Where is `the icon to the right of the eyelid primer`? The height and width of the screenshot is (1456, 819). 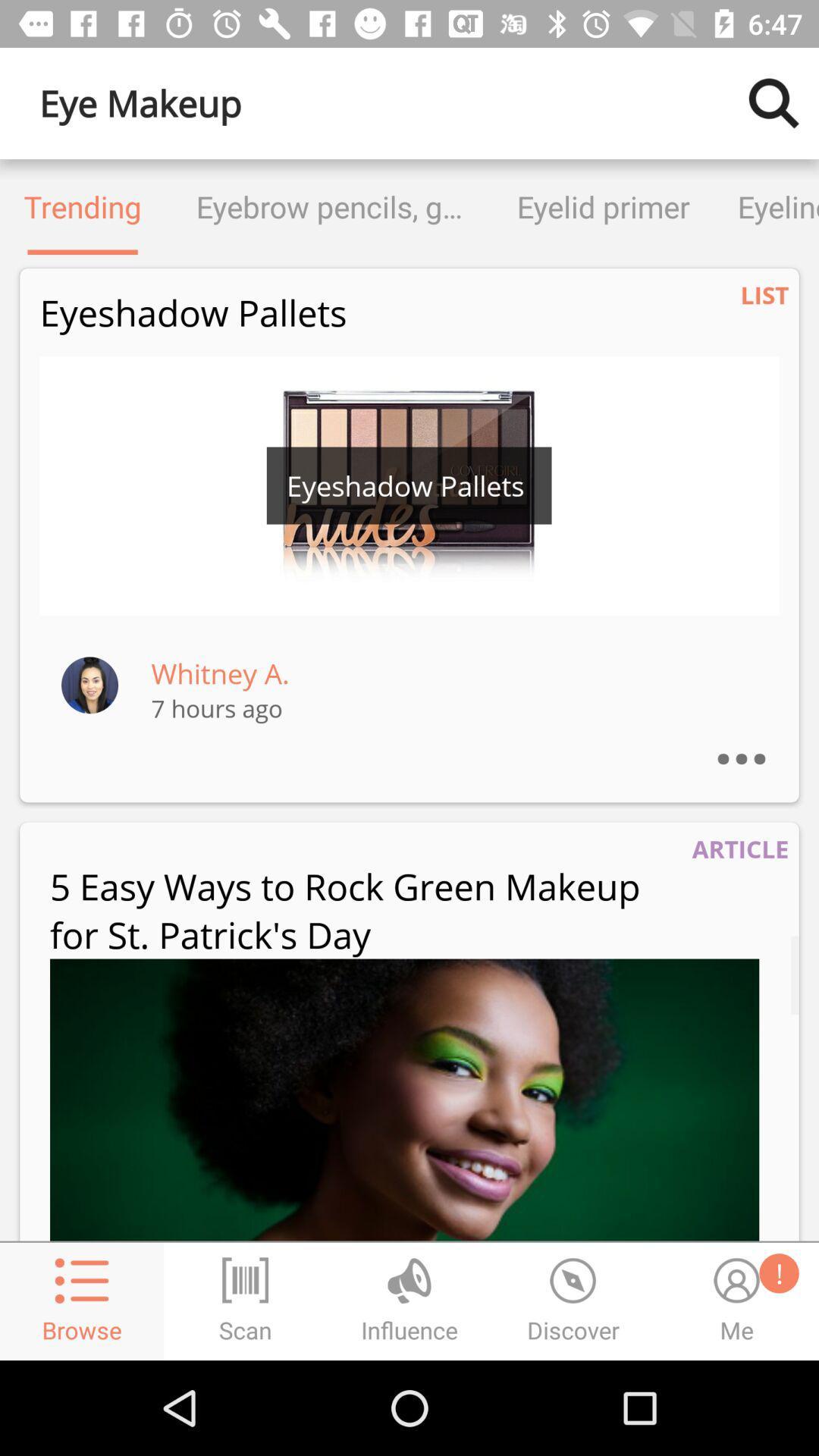
the icon to the right of the eyelid primer is located at coordinates (766, 206).